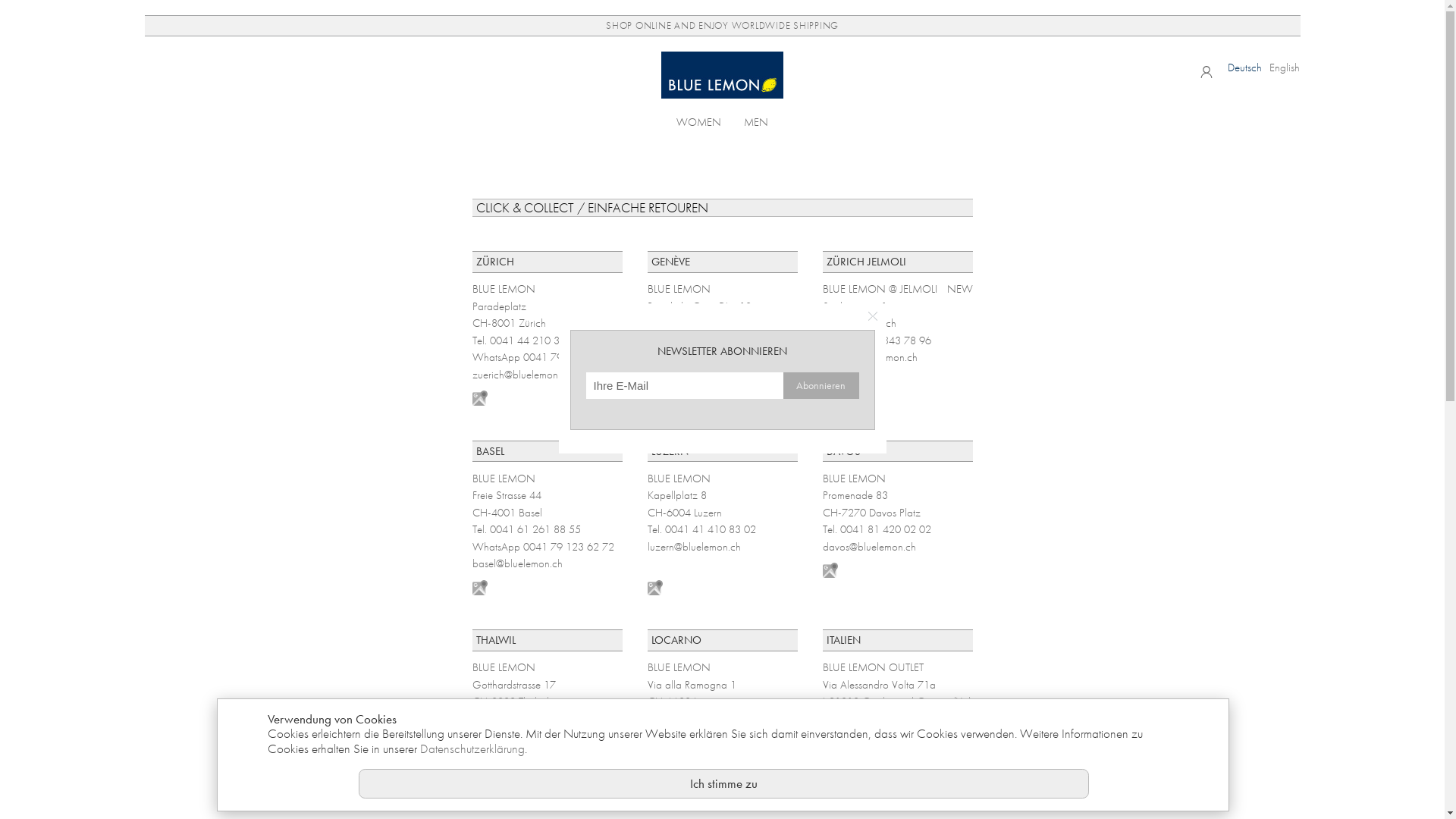  I want to click on 'thalwil@bluelemon.ch', so click(519, 734).